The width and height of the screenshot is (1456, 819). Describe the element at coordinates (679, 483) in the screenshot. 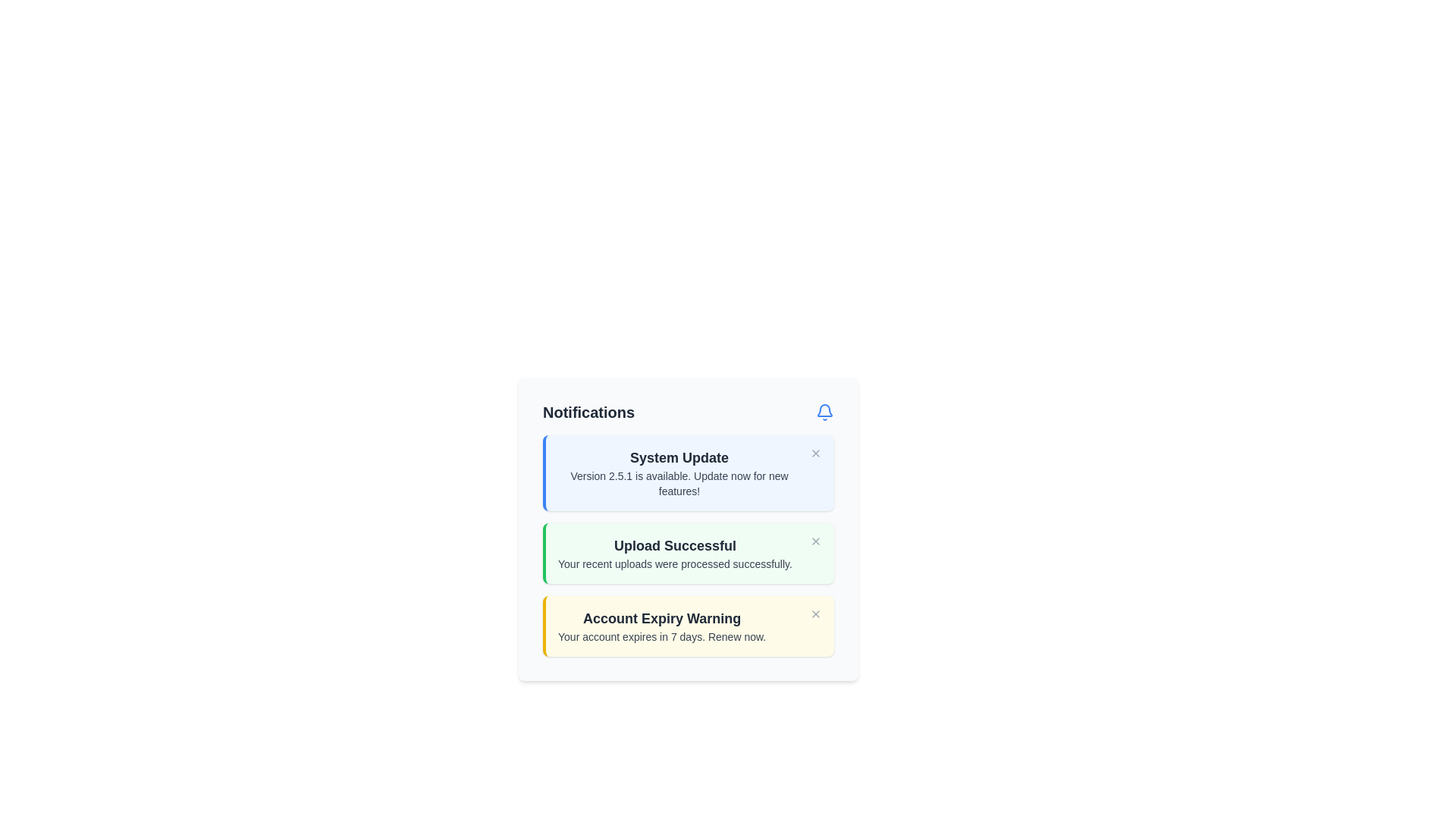

I see `the text label that informs the user about the availability of an updated system version, located in the notification card under the header 'System Update'` at that location.